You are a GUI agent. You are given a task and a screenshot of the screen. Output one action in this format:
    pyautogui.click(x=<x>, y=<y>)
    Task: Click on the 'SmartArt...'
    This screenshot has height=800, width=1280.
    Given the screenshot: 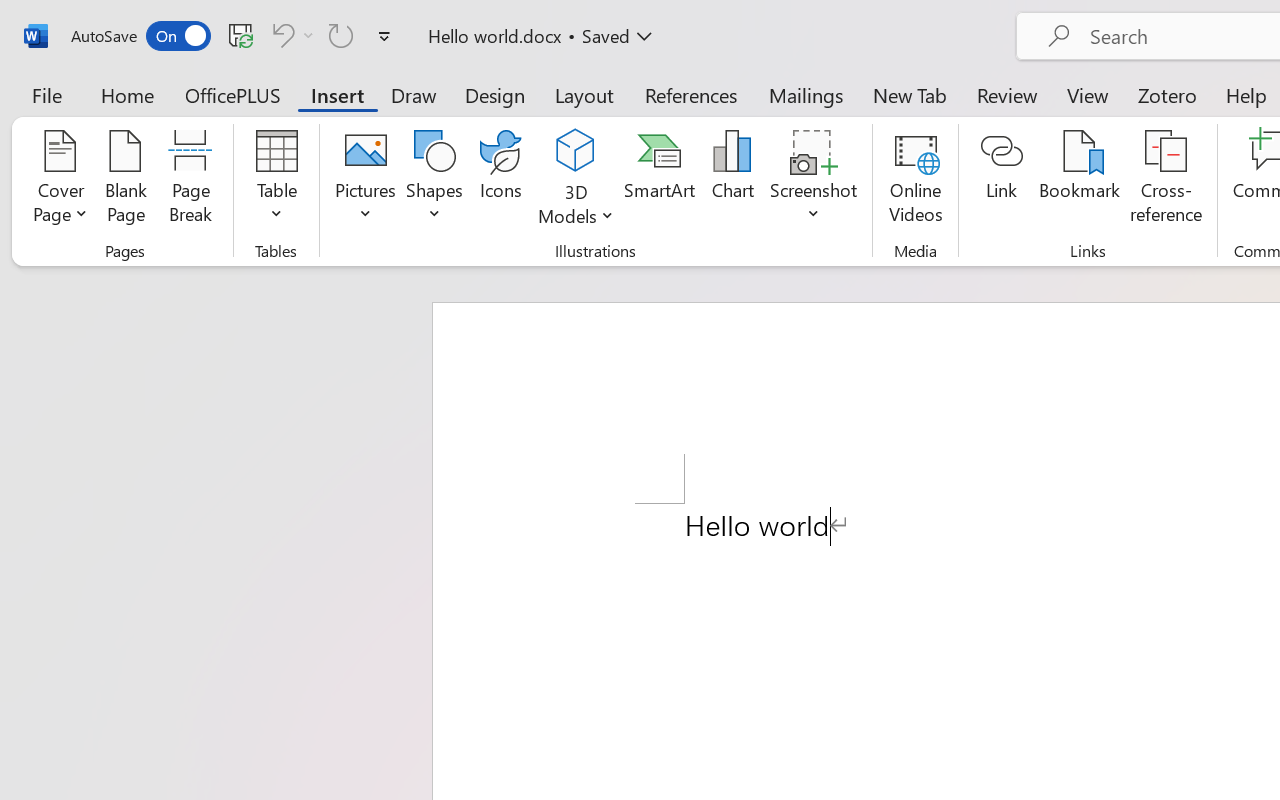 What is the action you would take?
    pyautogui.click(x=659, y=179)
    